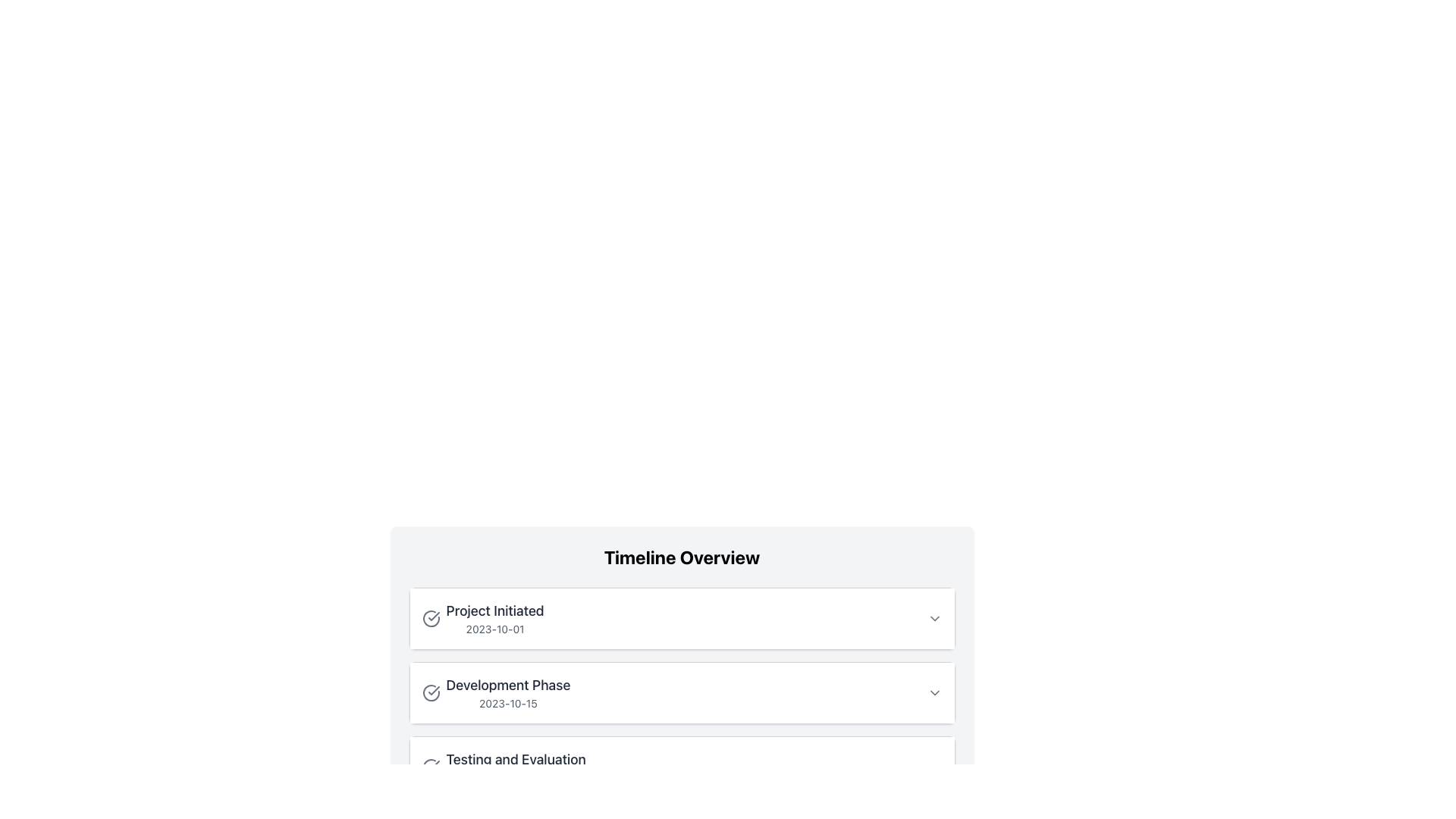 The width and height of the screenshot is (1456, 819). Describe the element at coordinates (494, 610) in the screenshot. I see `the heading text indicating the title or description of a specific phase or step in the 'Timeline Overview', which is located above the date label '2023-10-01'` at that location.